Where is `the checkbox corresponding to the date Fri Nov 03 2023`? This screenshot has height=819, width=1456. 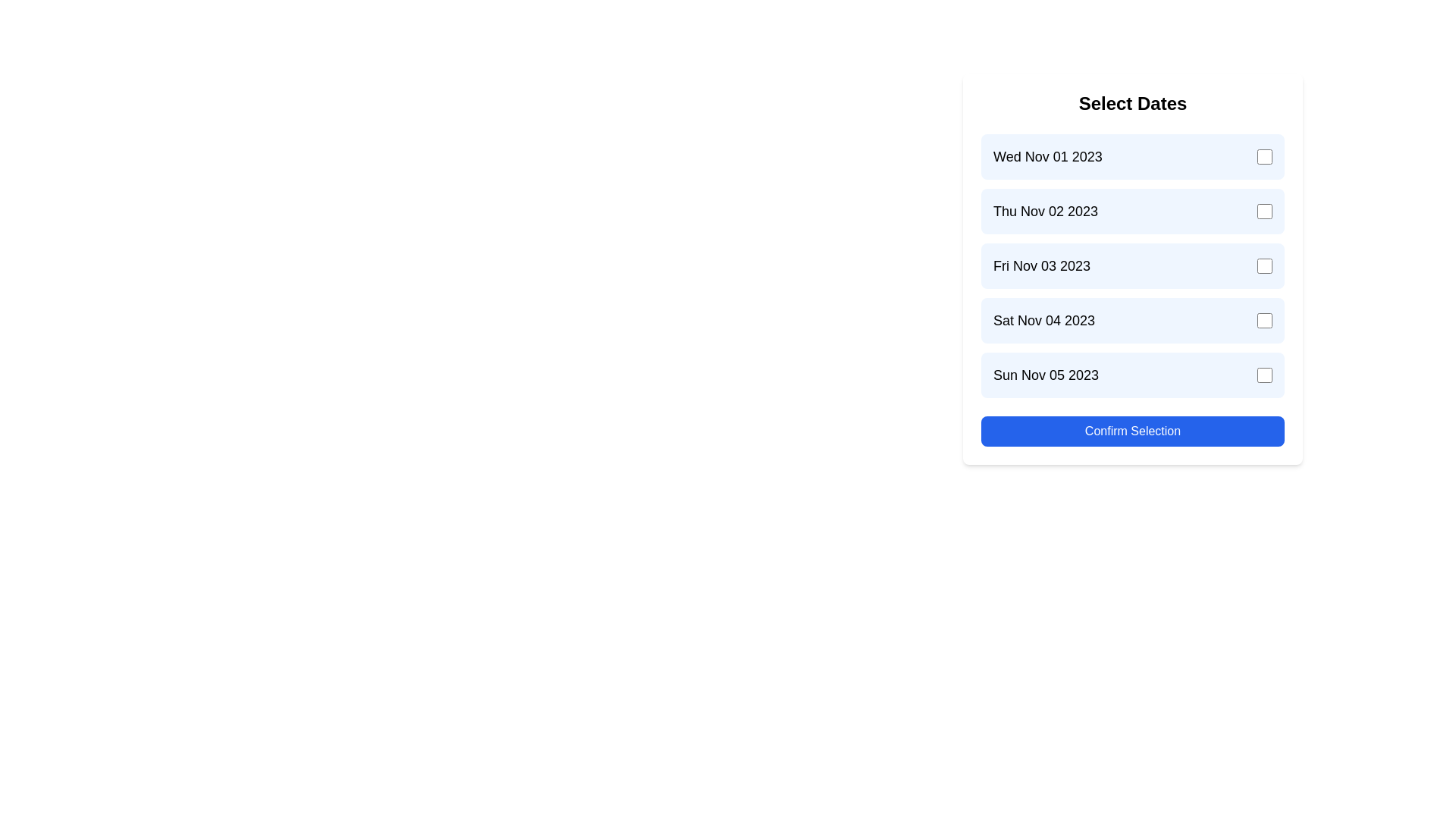
the checkbox corresponding to the date Fri Nov 03 2023 is located at coordinates (1265, 265).